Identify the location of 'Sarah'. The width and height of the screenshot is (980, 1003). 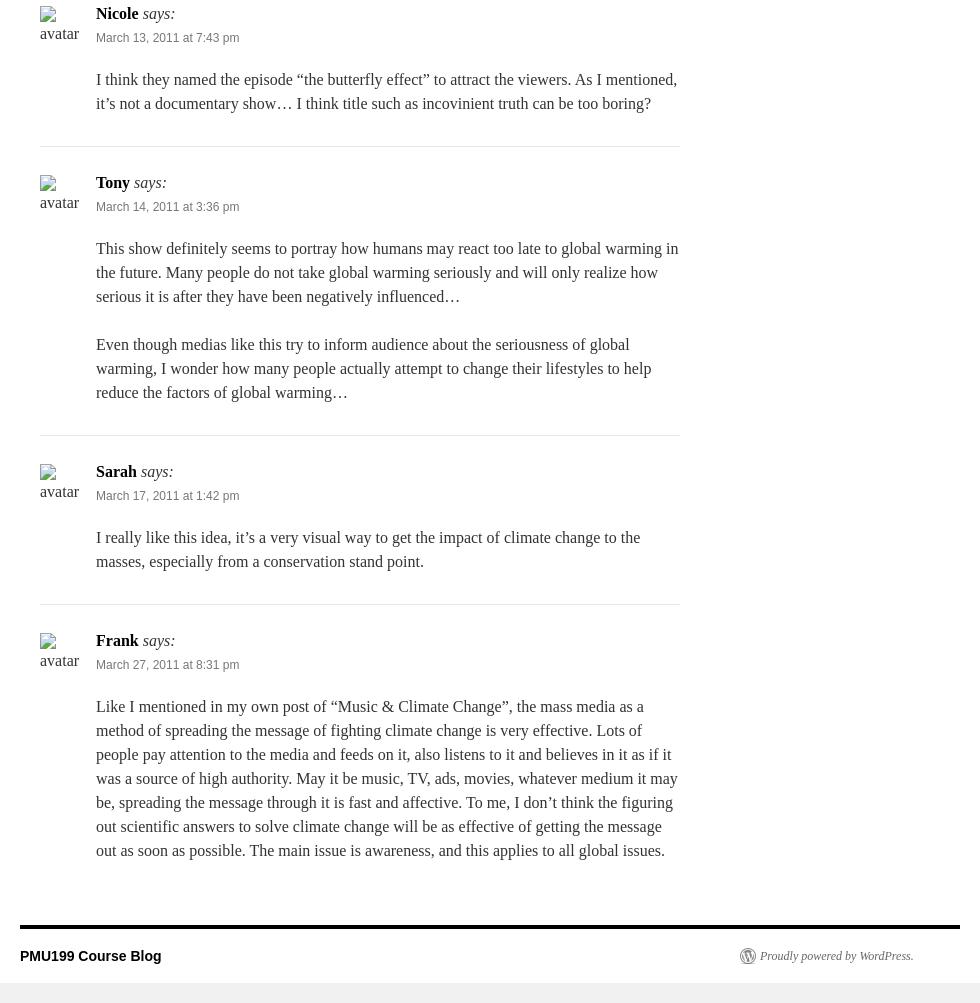
(116, 471).